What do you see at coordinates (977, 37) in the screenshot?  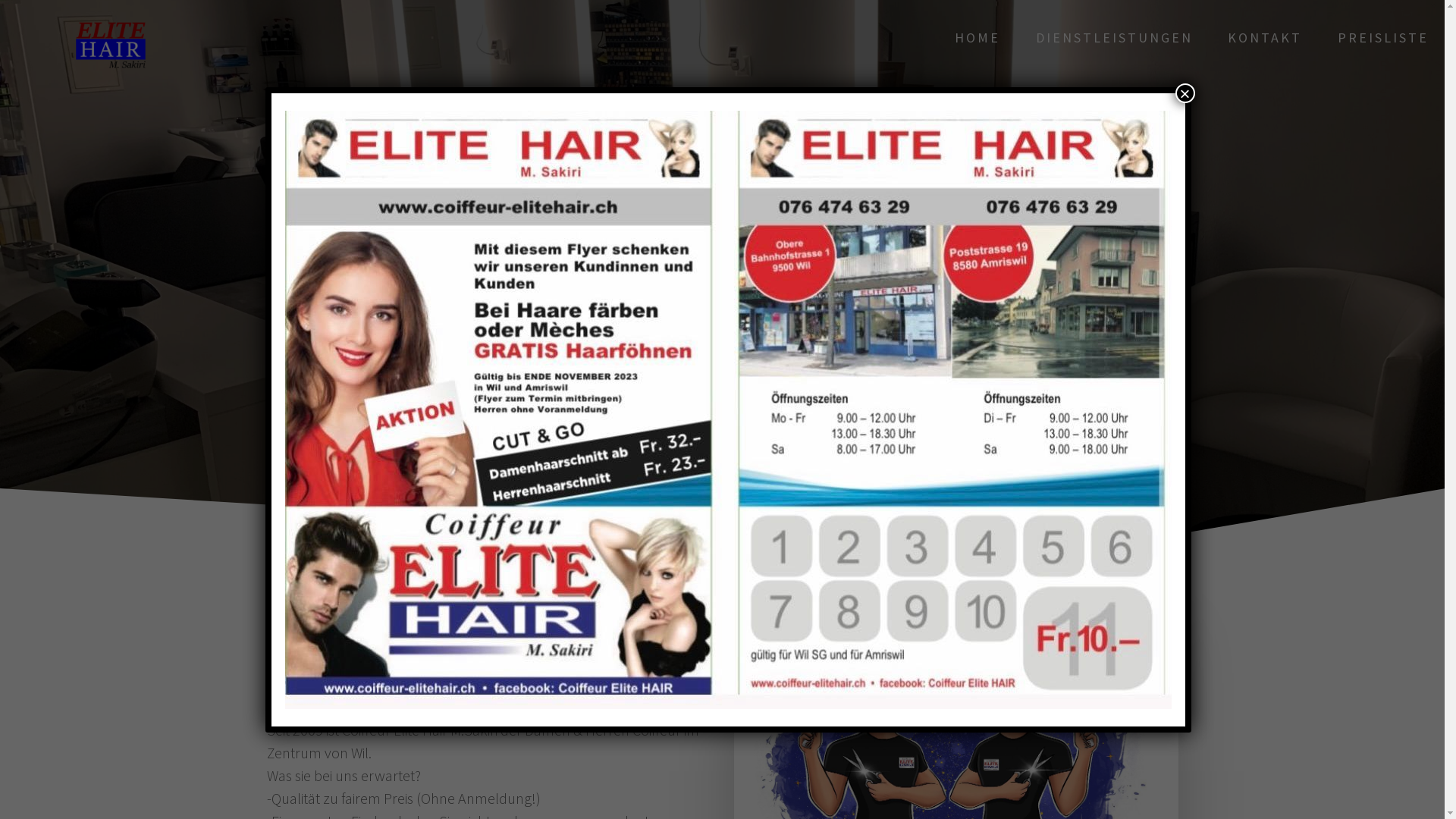 I see `'HOME'` at bounding box center [977, 37].